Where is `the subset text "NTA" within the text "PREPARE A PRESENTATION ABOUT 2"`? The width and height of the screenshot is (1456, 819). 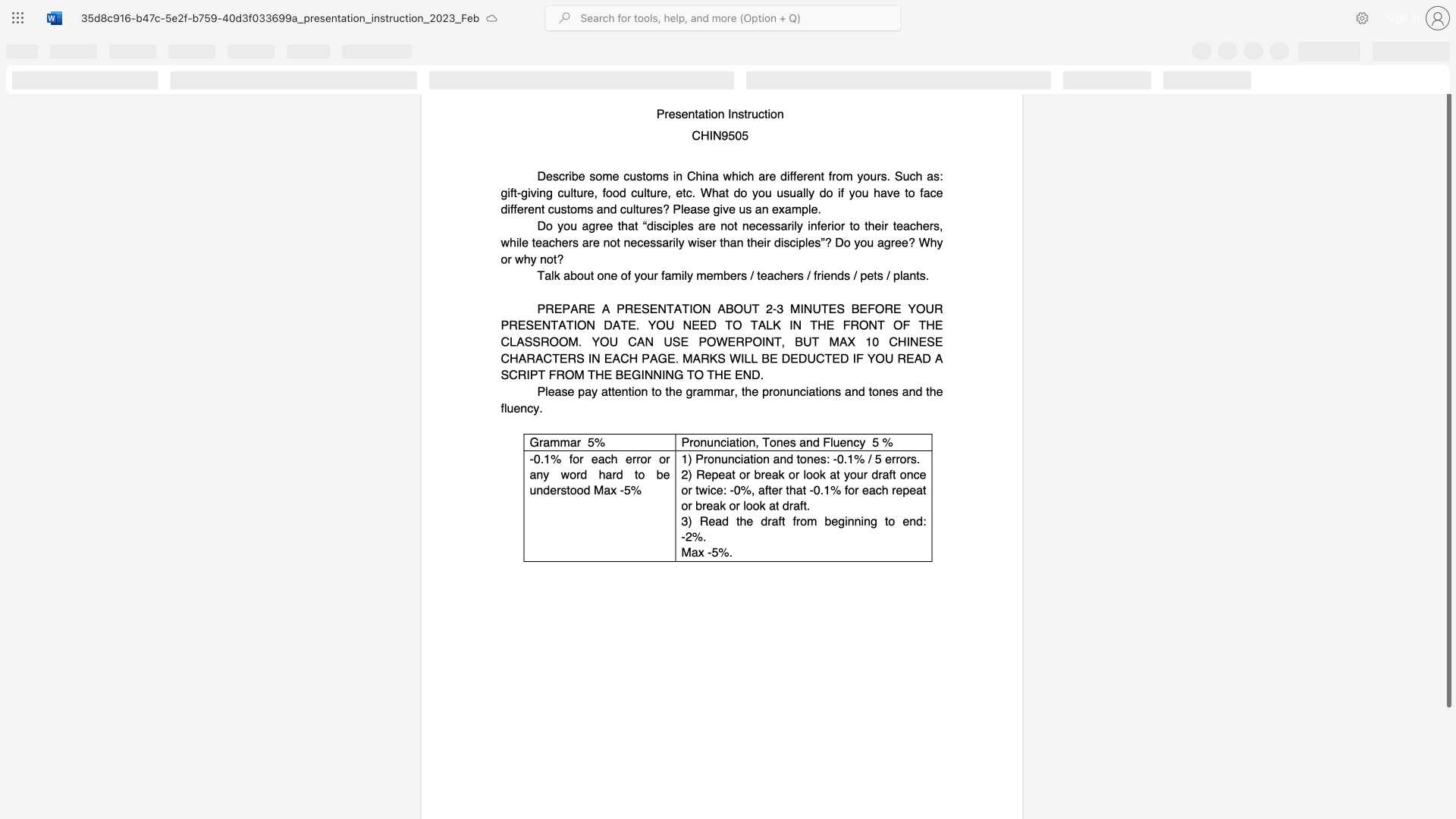 the subset text "NTA" within the text "PREPARE A PRESENTATION ABOUT 2" is located at coordinates (657, 308).